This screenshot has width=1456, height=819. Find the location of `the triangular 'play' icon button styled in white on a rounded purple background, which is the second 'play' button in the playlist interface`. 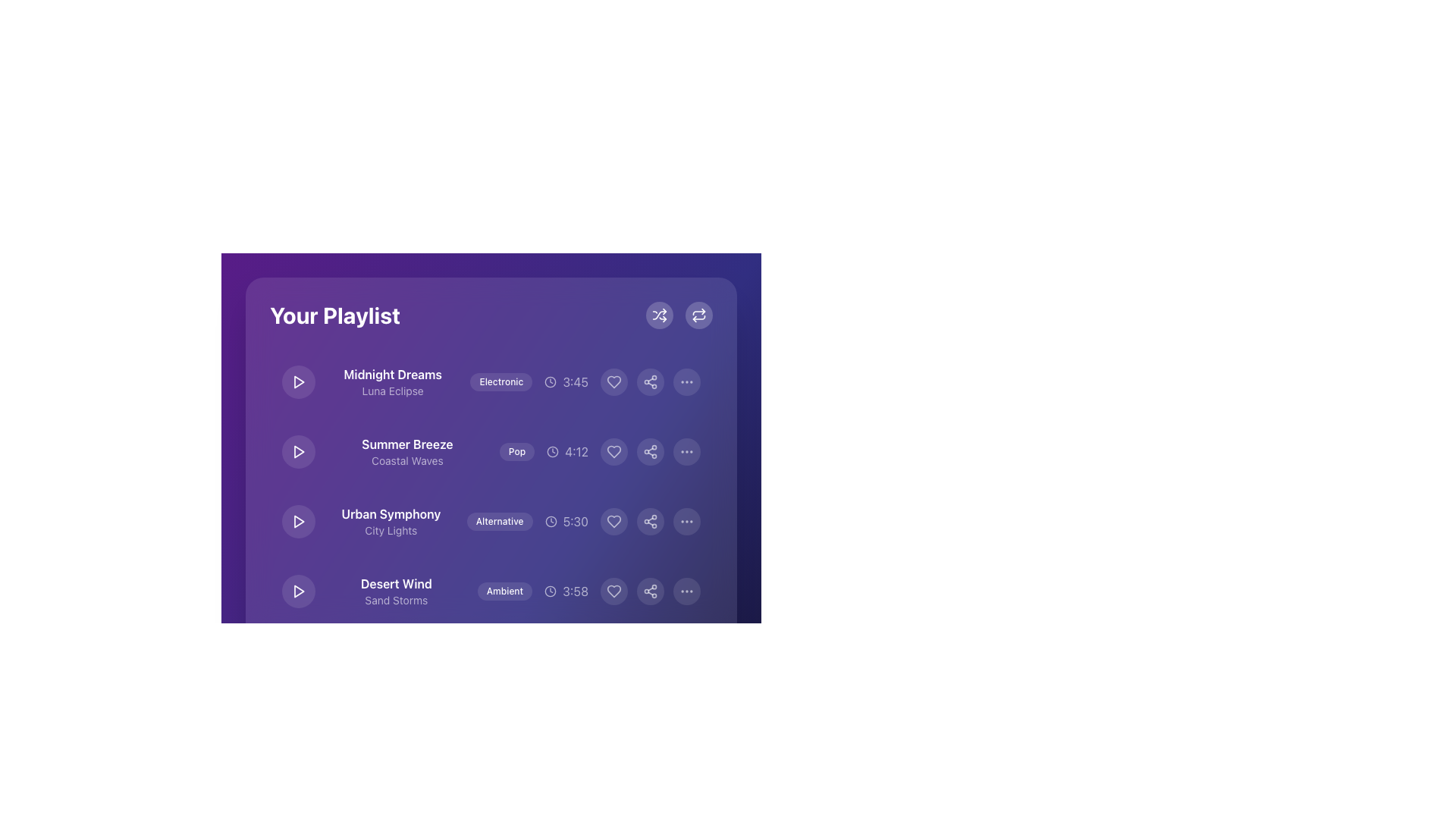

the triangular 'play' icon button styled in white on a rounded purple background, which is the second 'play' button in the playlist interface is located at coordinates (298, 451).